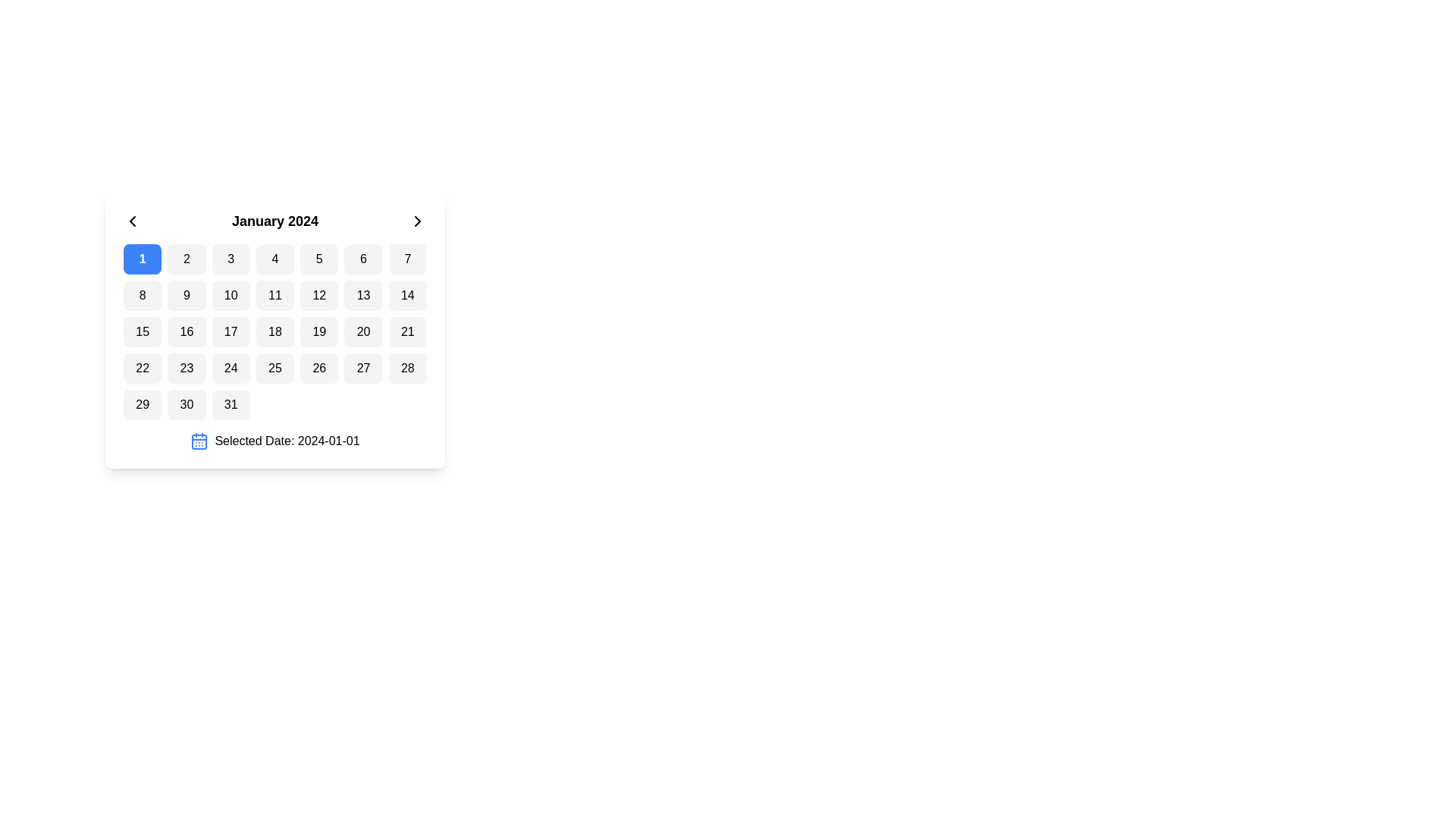 The image size is (1456, 819). What do you see at coordinates (318, 331) in the screenshot?
I see `the Button displaying the number '19' in the calendar interface by moving the cursor to its center point for interaction` at bounding box center [318, 331].